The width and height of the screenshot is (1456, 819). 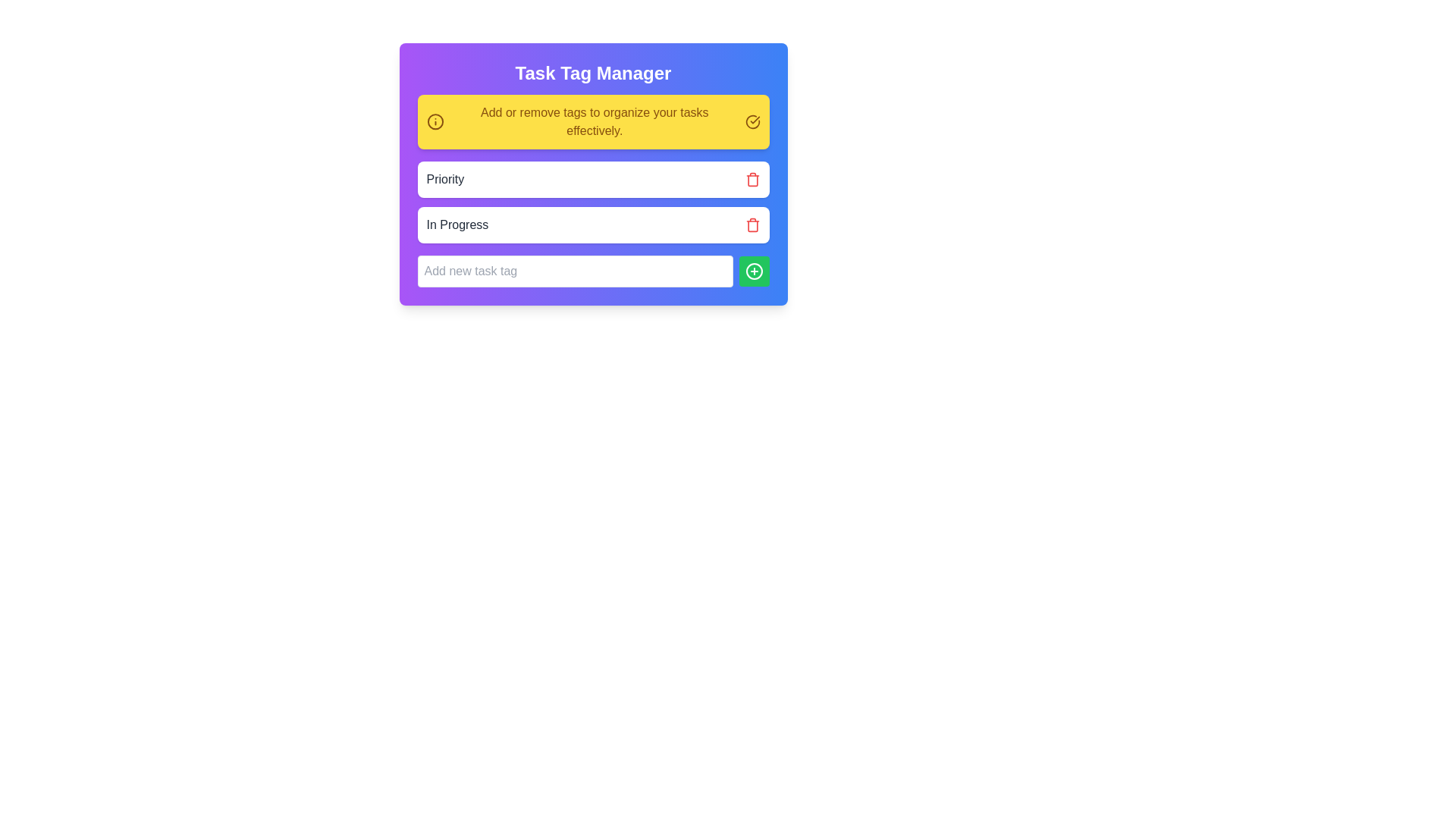 What do you see at coordinates (752, 178) in the screenshot?
I see `the delete button located to the far right of the 'Priority' section` at bounding box center [752, 178].